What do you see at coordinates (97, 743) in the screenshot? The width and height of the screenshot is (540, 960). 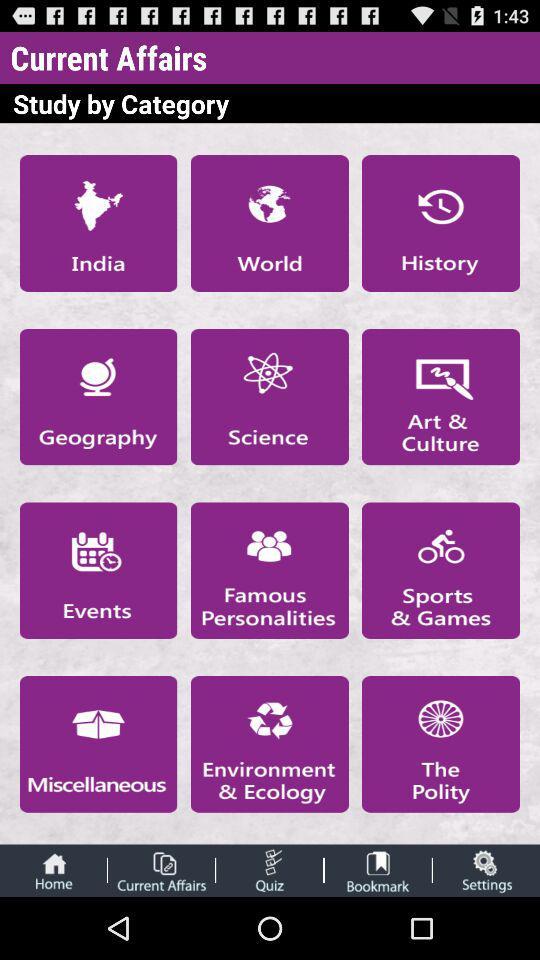 I see `study about miscellaneous current affairs` at bounding box center [97, 743].